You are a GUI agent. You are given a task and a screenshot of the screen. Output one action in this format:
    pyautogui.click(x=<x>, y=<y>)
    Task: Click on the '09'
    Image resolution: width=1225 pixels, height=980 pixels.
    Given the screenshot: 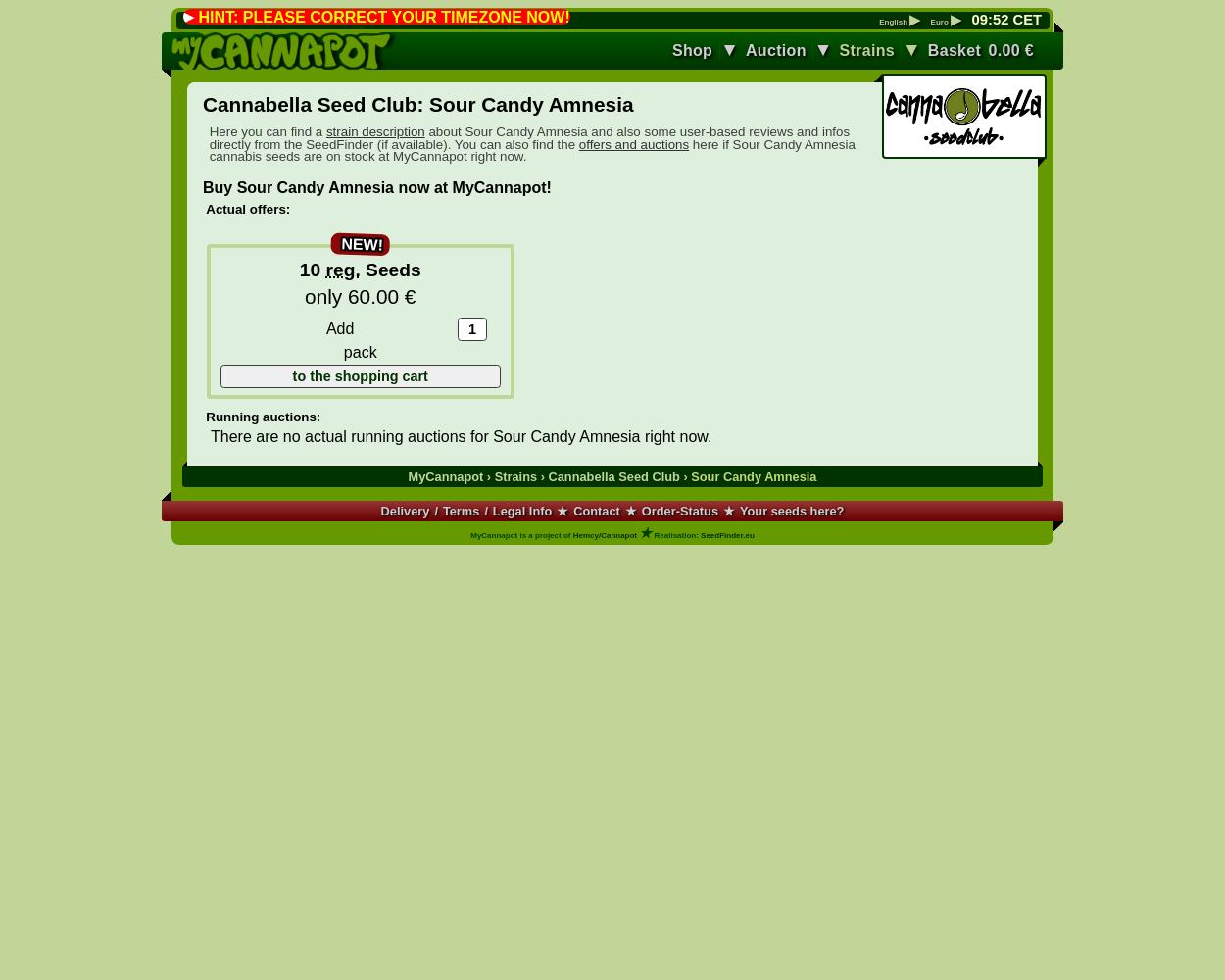 What is the action you would take?
    pyautogui.click(x=978, y=19)
    